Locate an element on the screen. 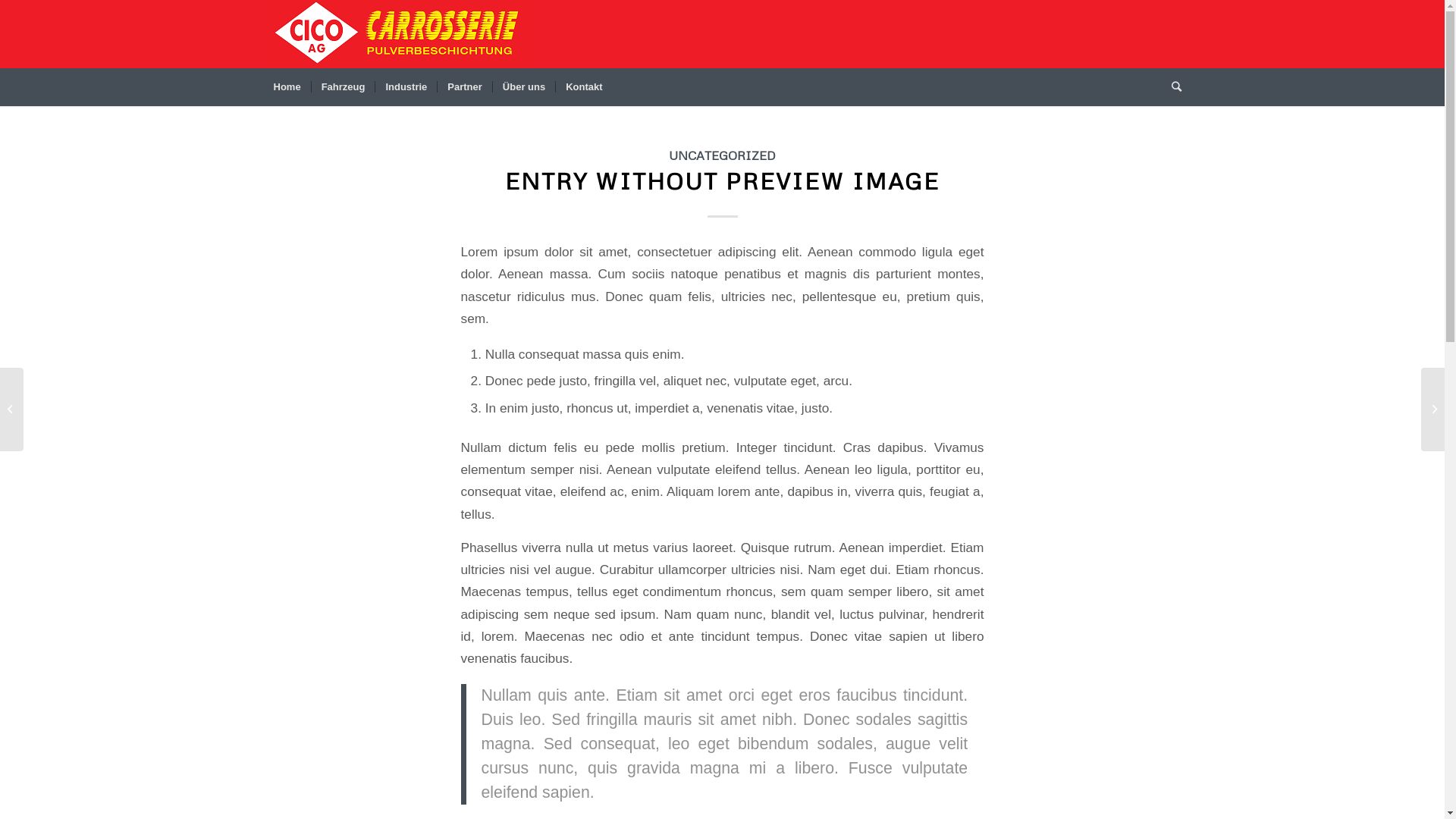  'UNCATEGORIZED' is located at coordinates (721, 155).